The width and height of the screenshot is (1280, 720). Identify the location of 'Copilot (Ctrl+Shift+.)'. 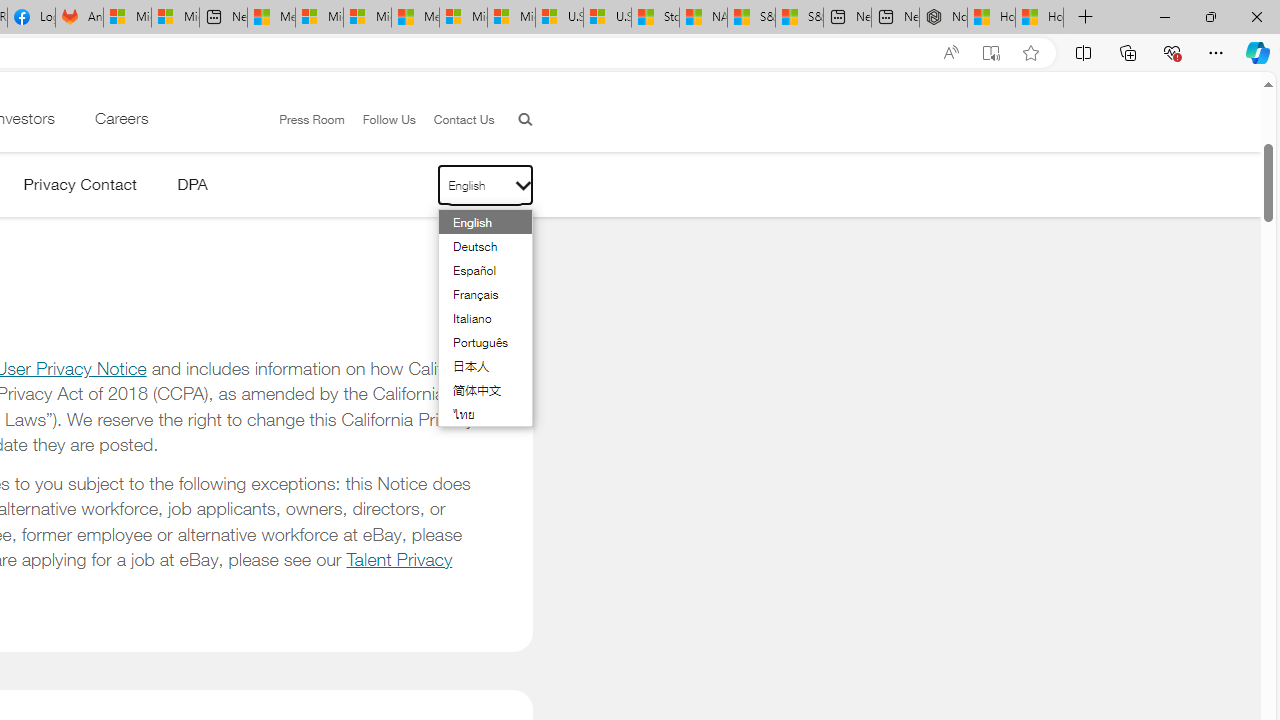
(1257, 51).